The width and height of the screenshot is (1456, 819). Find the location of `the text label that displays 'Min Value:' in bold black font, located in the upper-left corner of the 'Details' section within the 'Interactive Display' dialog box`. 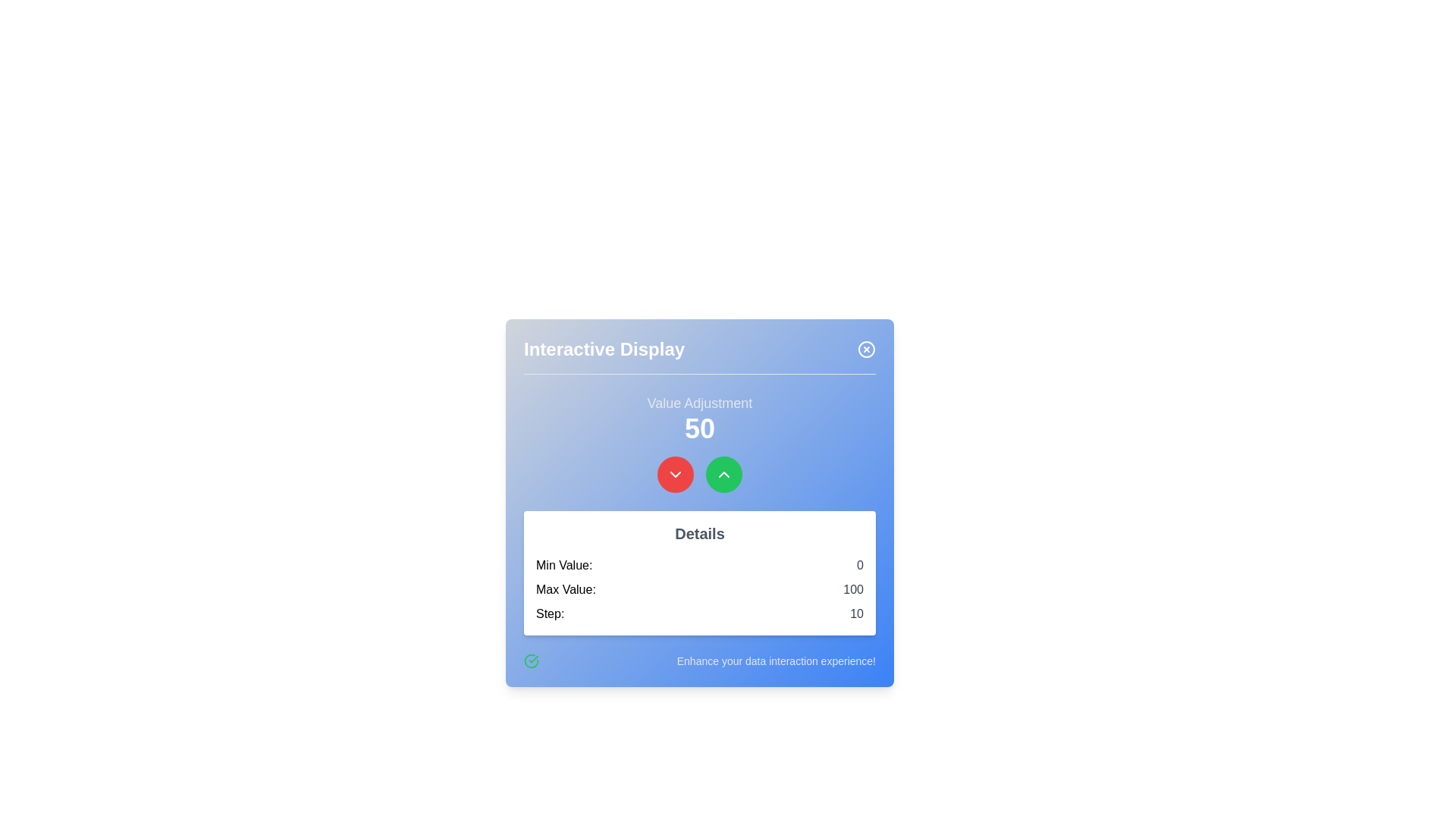

the text label that displays 'Min Value:' in bold black font, located in the upper-left corner of the 'Details' section within the 'Interactive Display' dialog box is located at coordinates (563, 565).